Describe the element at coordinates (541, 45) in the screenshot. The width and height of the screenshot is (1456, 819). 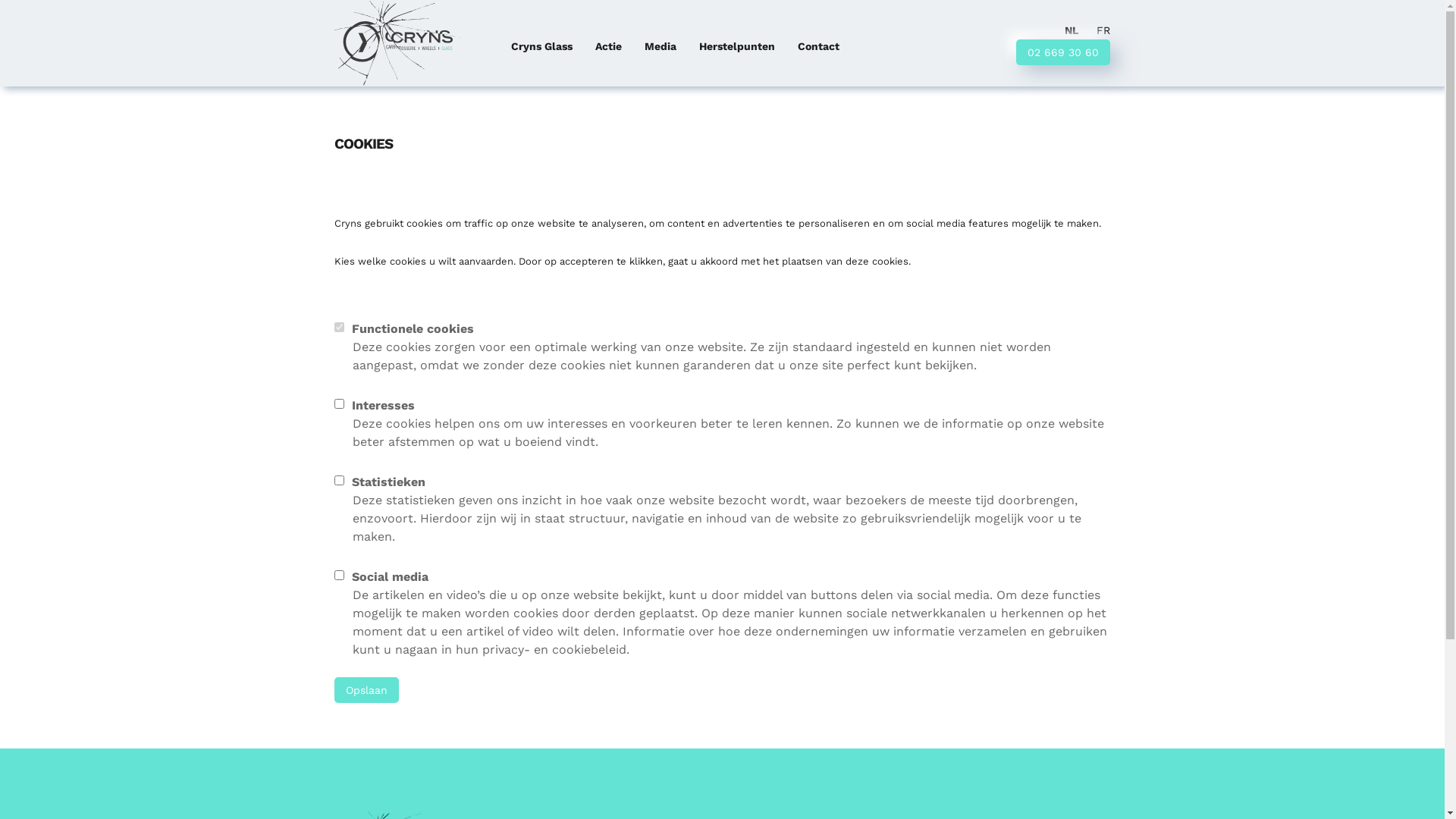
I see `'Cryns Glass'` at that location.